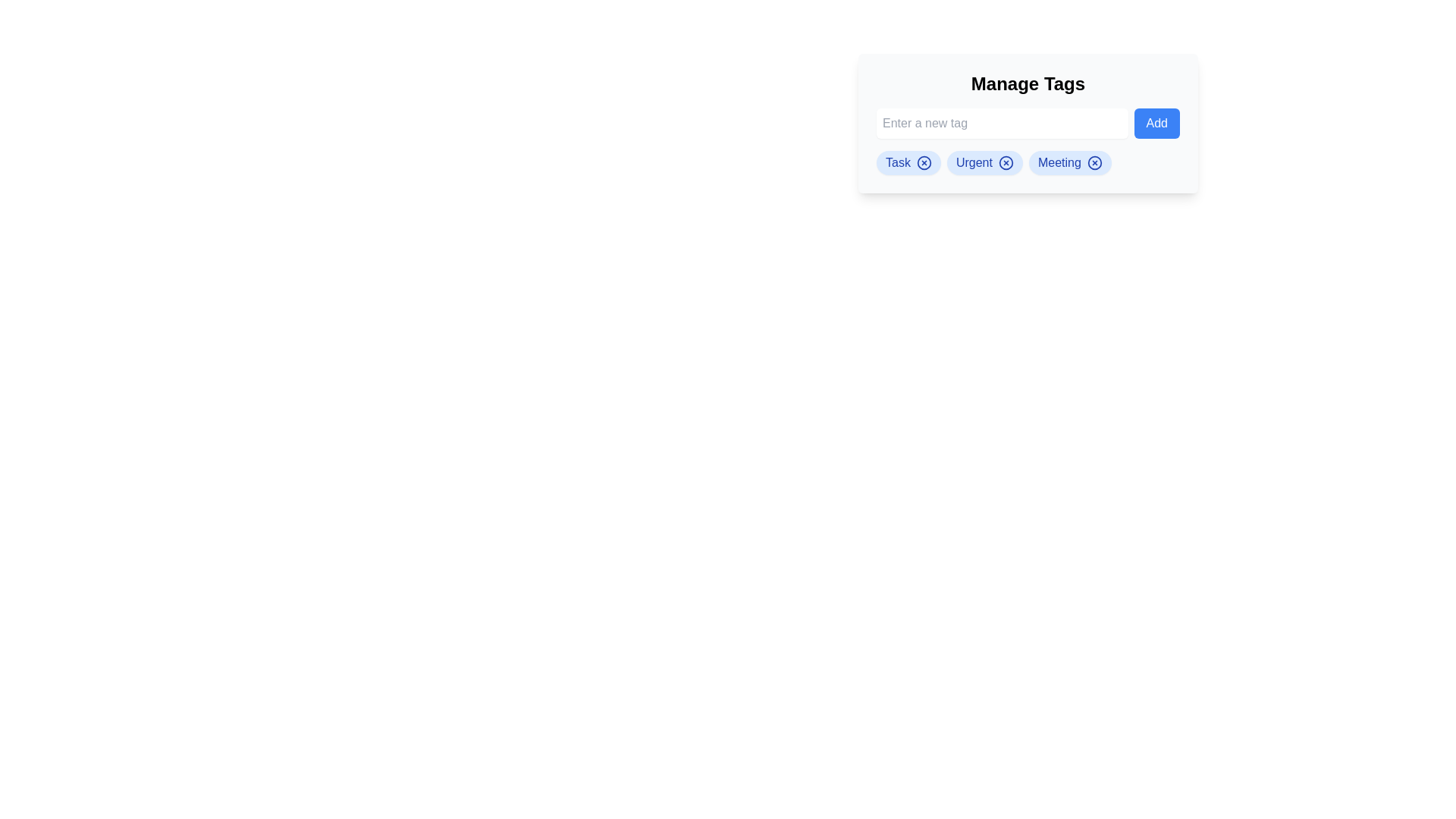  I want to click on the circular icon with a blue outlined cross inside, positioned to the right of the text label 'Task', so click(923, 163).